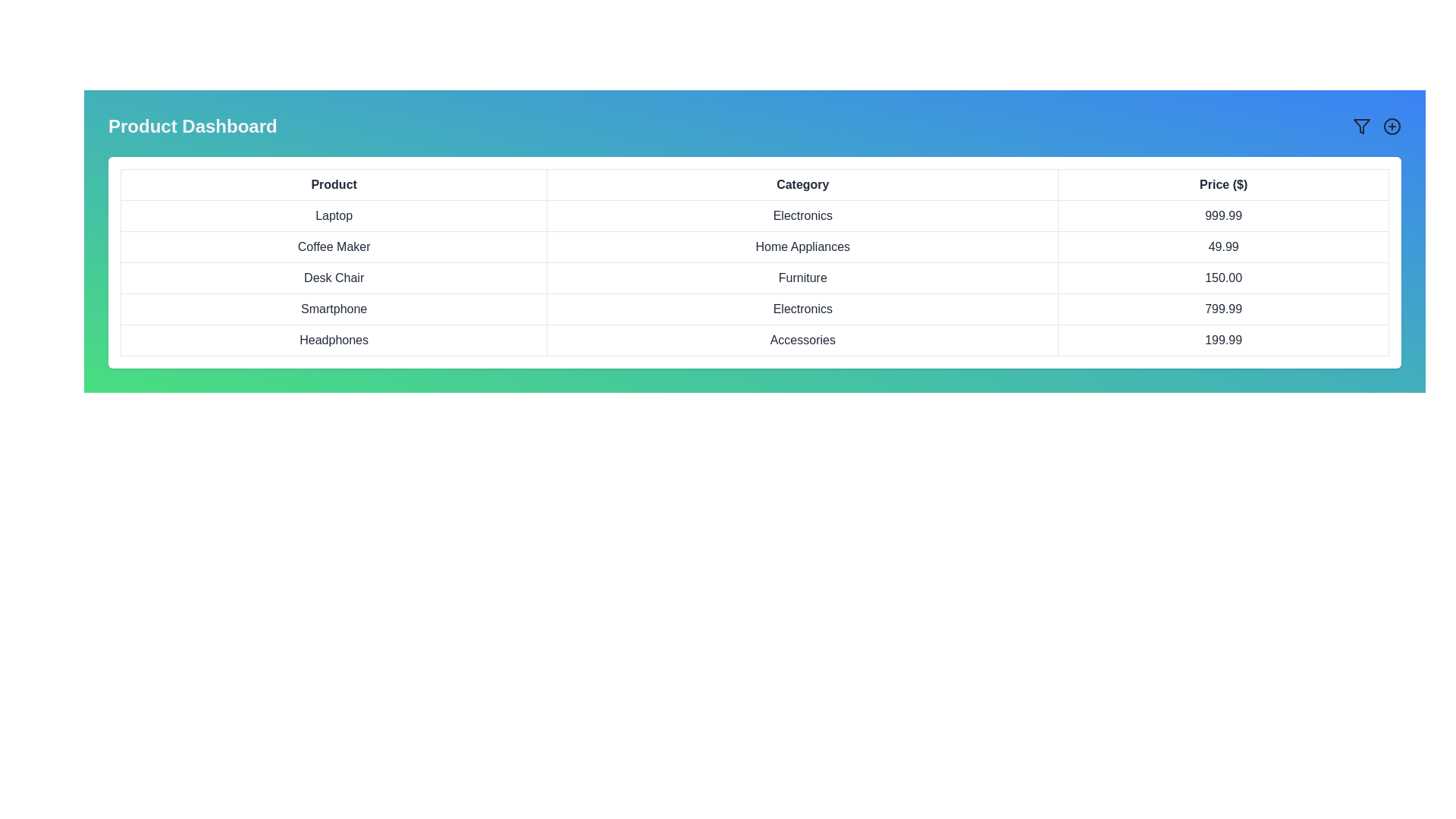 This screenshot has height=819, width=1456. I want to click on the 'Furniture' text label in the second column of the table, which is aligned with the 'Category' header and located in the third row, so click(802, 278).